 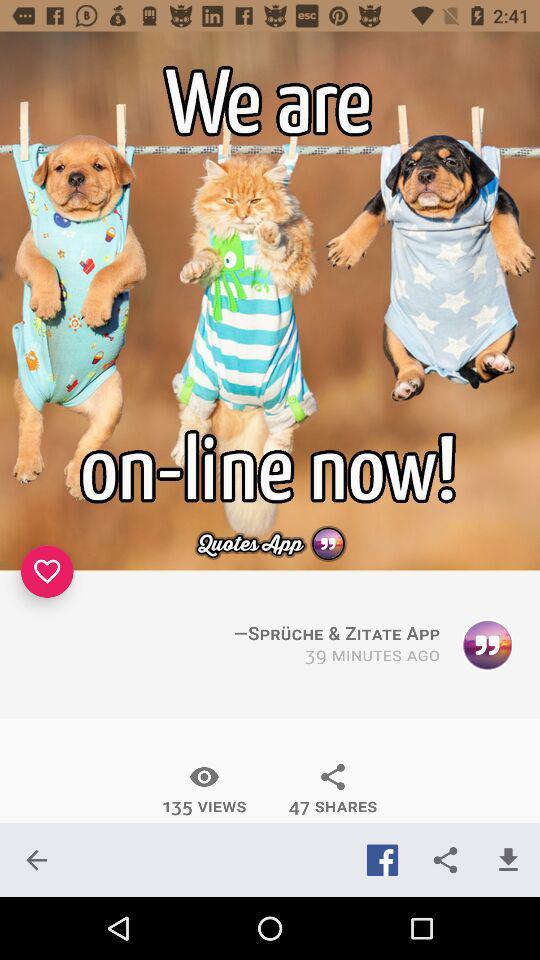 I want to click on 135 views, so click(x=203, y=789).